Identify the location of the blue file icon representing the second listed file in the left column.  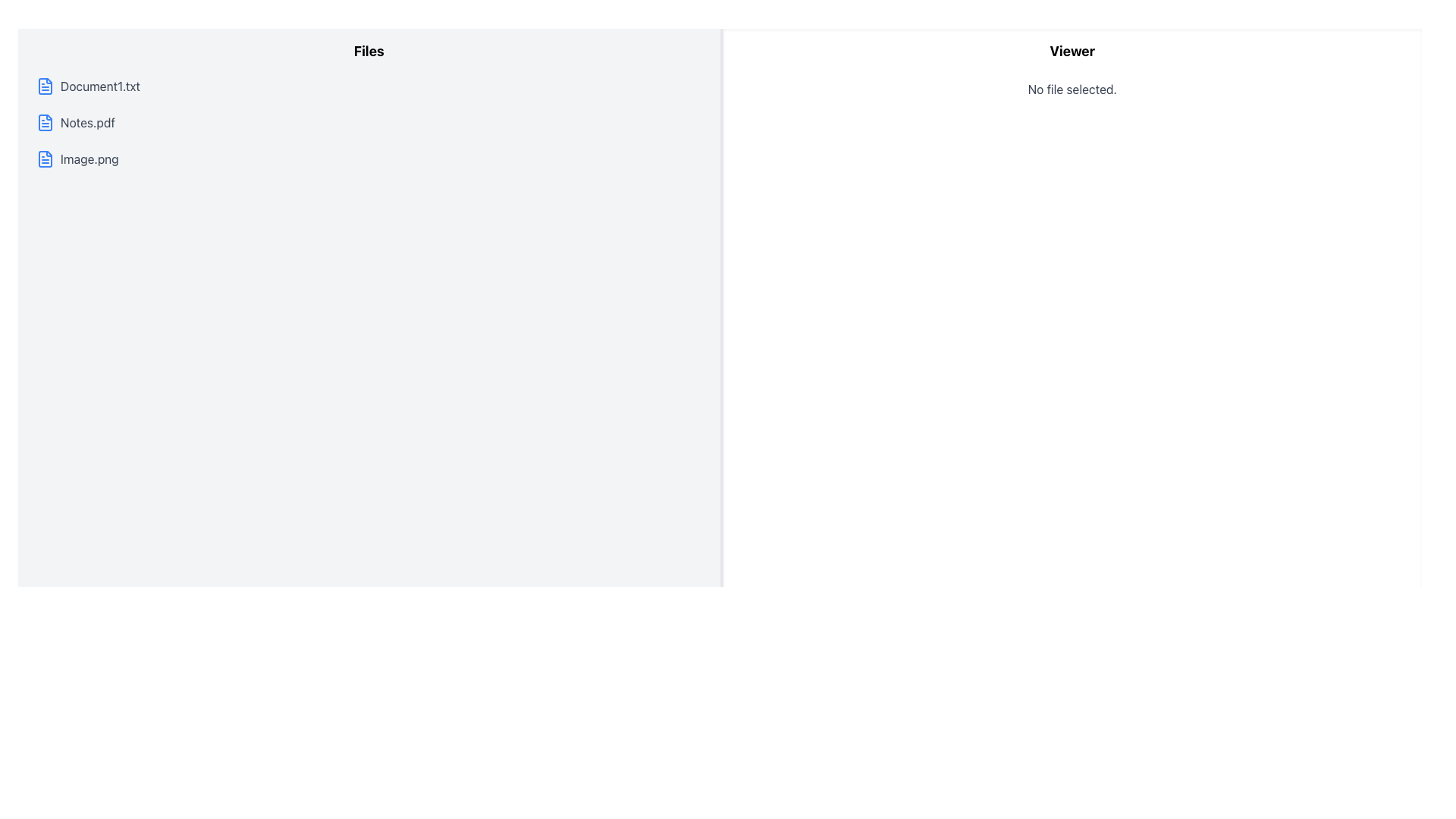
(45, 122).